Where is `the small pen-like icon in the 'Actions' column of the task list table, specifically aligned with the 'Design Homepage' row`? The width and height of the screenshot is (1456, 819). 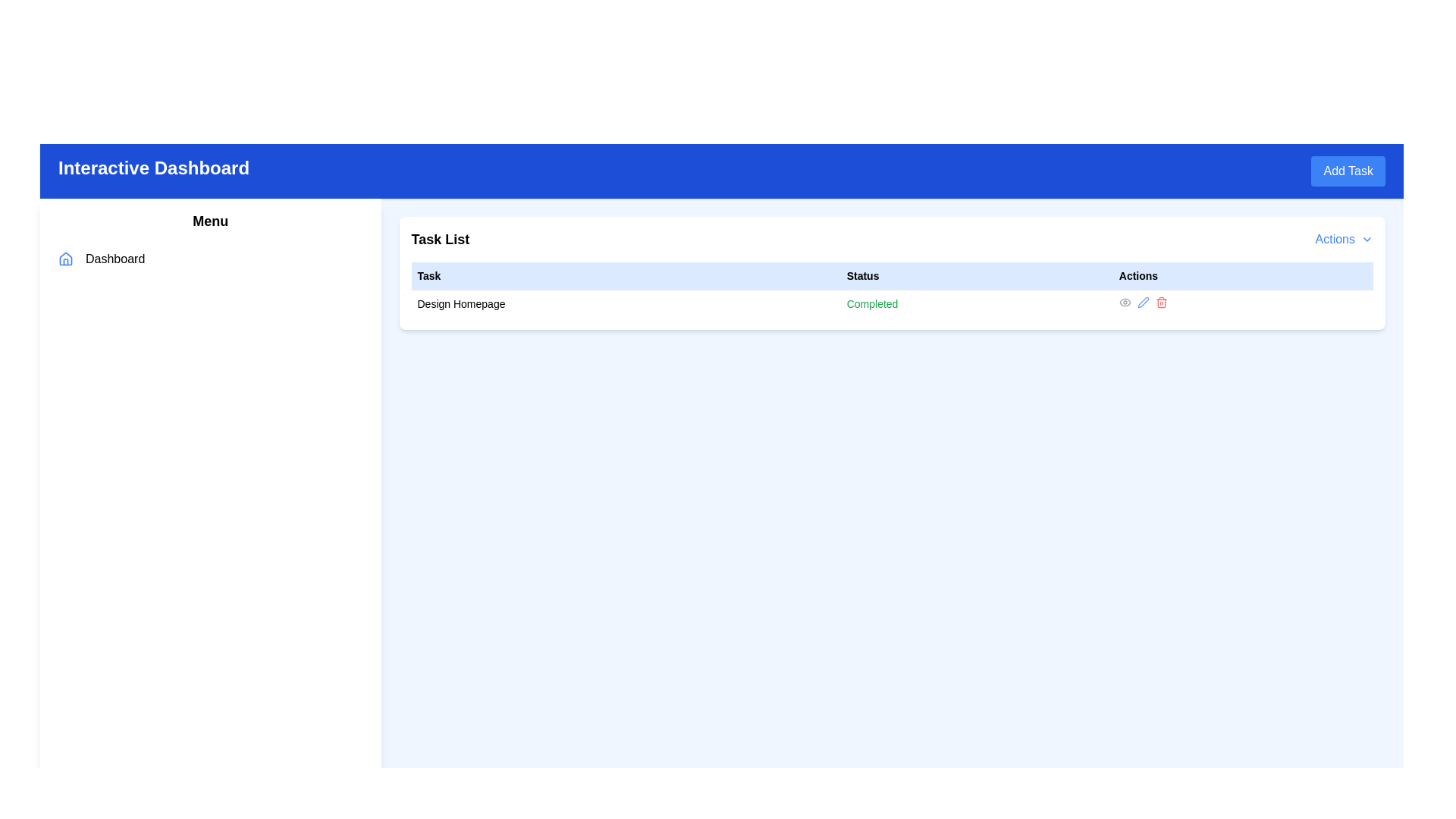 the small pen-like icon in the 'Actions' column of the task list table, specifically aligned with the 'Design Homepage' row is located at coordinates (1143, 302).